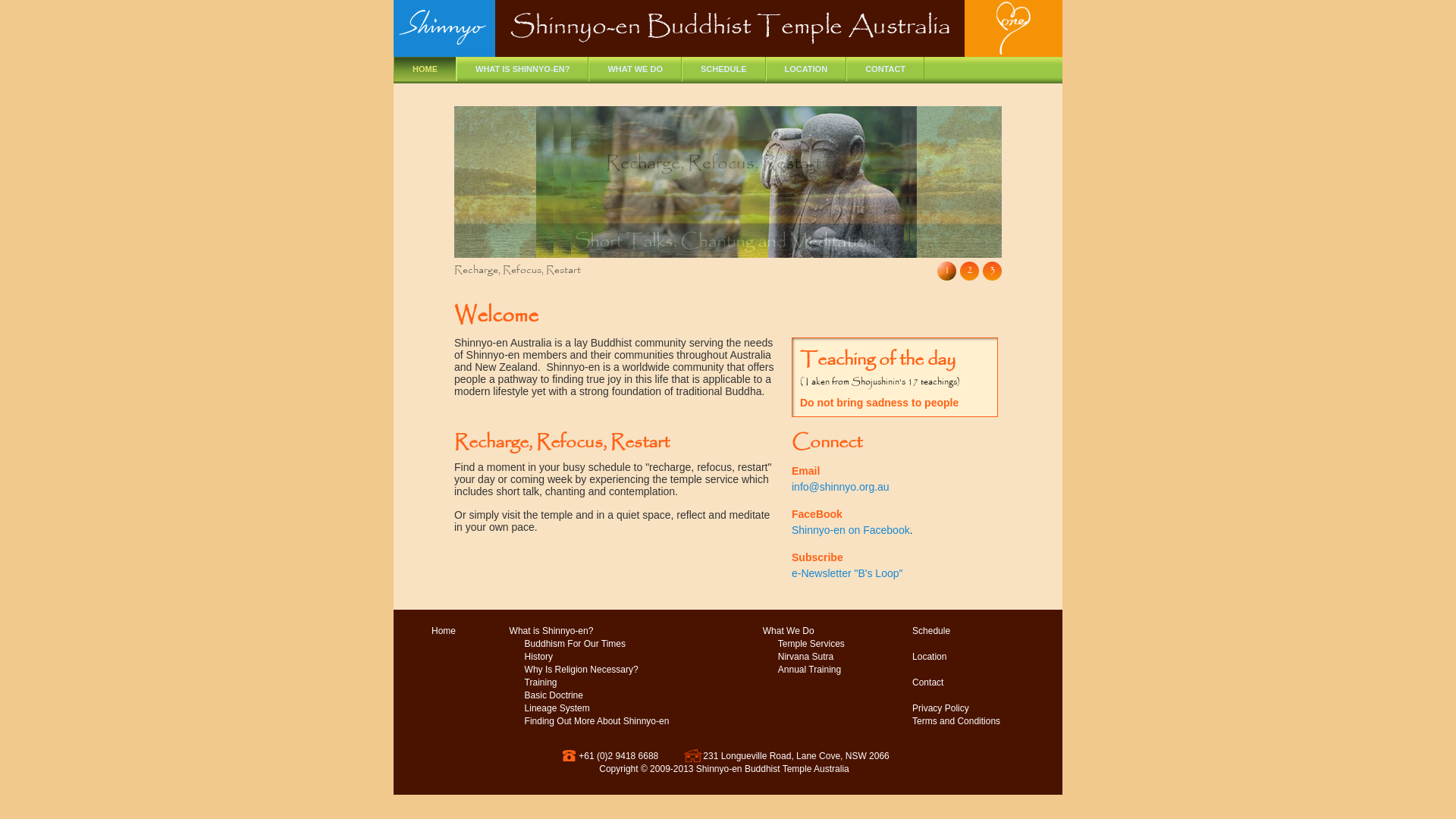  I want to click on 'Annual Training', so click(808, 669).